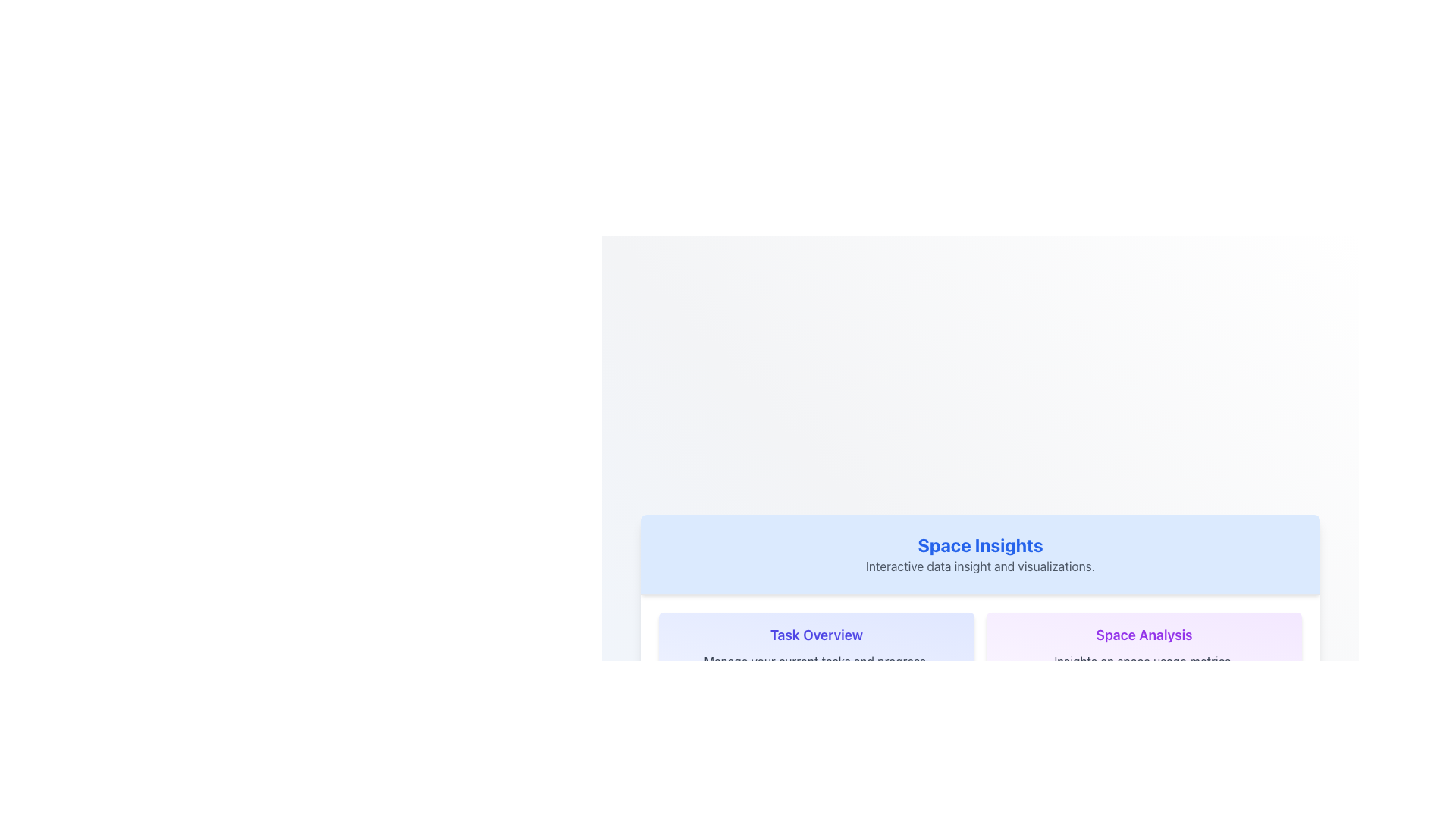 The height and width of the screenshot is (819, 1456). I want to click on information displayed in the Informational panel titled 'Space Insights', which contains interactive data insight and visualizations, so click(980, 554).